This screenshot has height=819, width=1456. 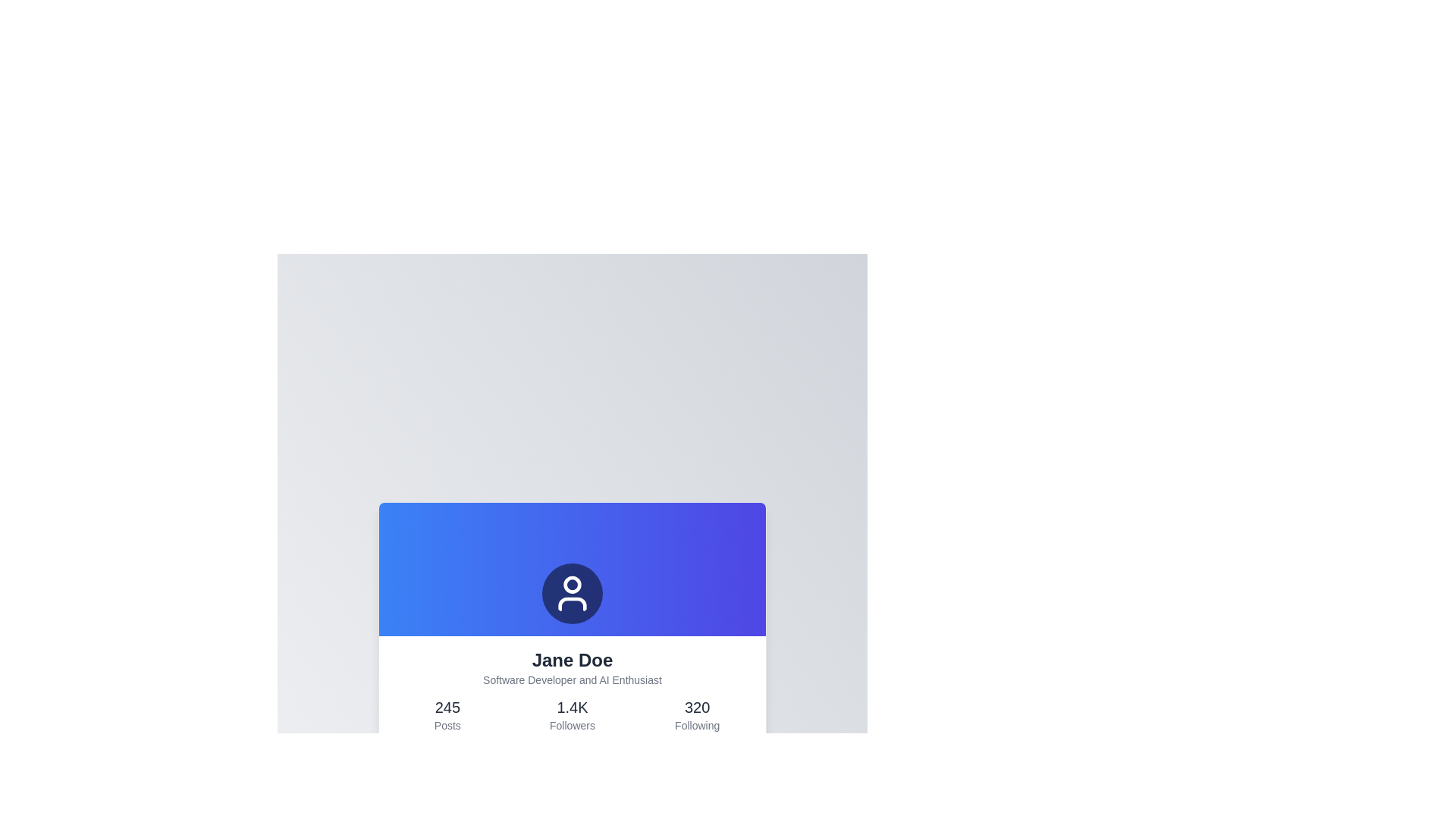 I want to click on the graphical element representing the head or face of the user icon, located at the top central region of the icon in the blue header area, so click(x=571, y=584).